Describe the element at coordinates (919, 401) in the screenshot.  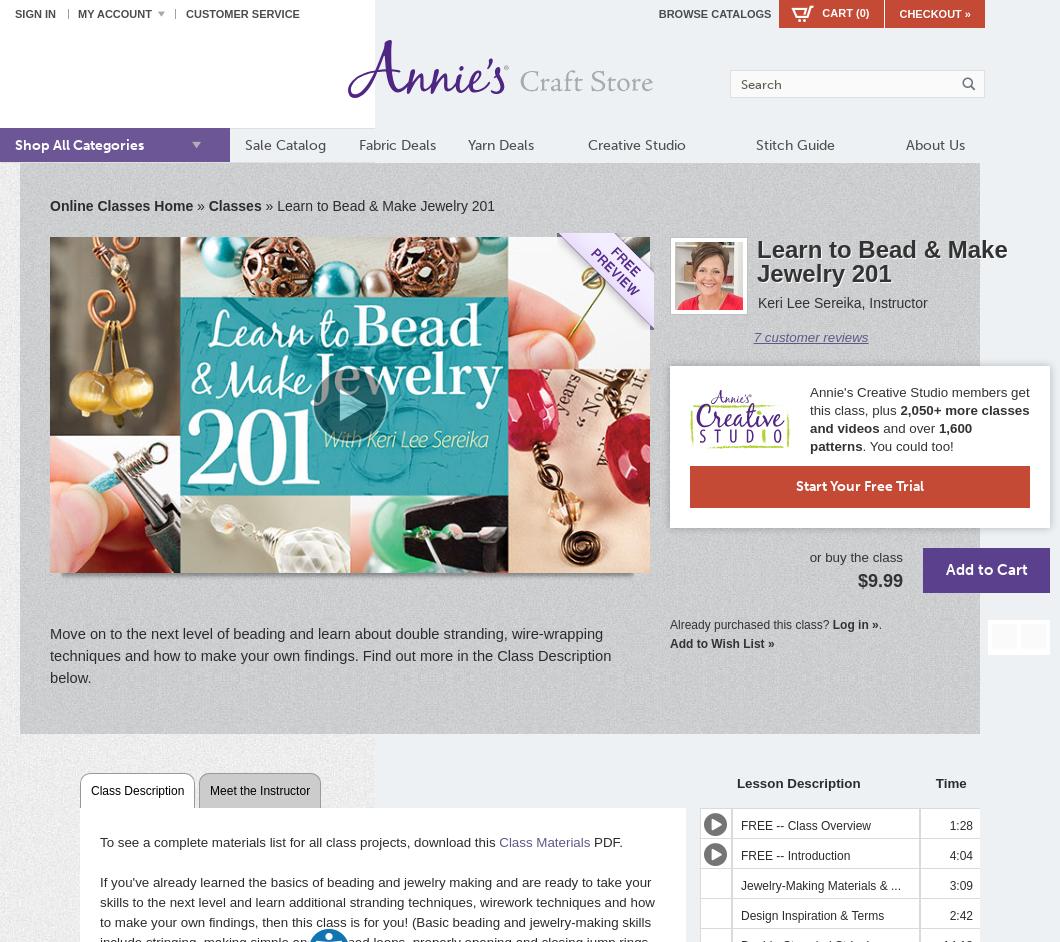
I see `'Annie's Creative Studio members get this class, plus'` at that location.